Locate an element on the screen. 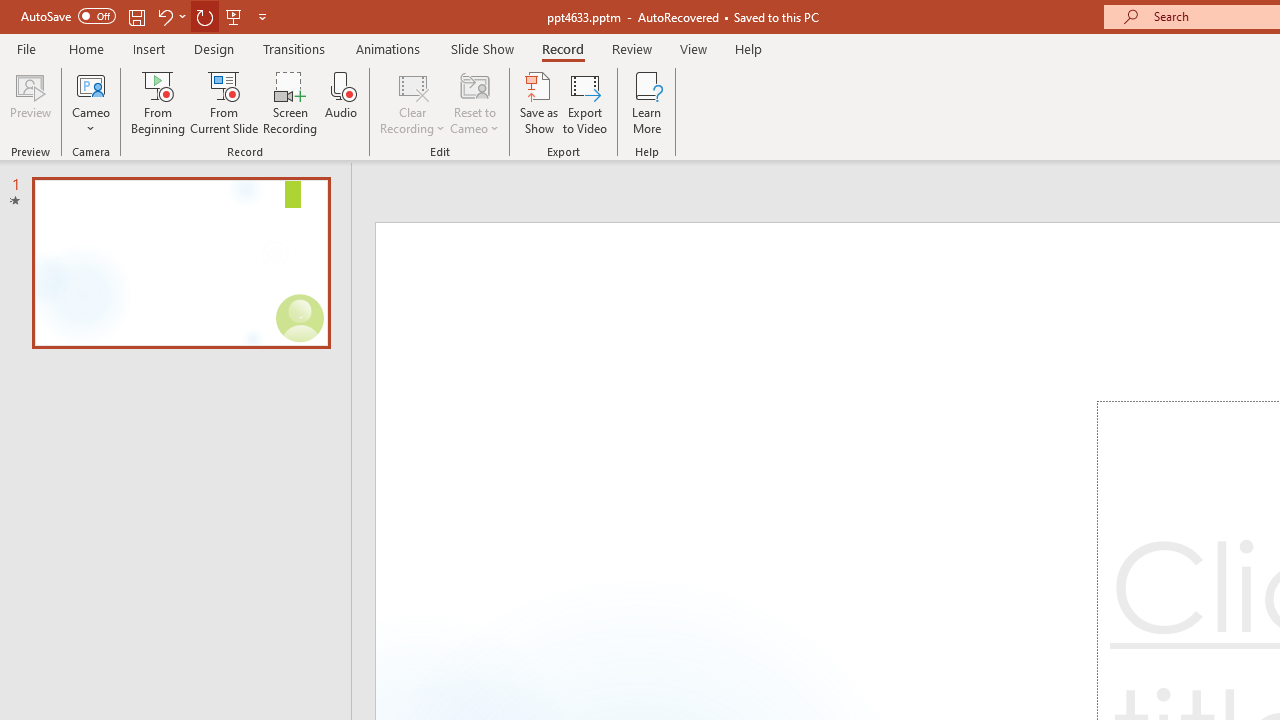  'Transitions' is located at coordinates (294, 48).